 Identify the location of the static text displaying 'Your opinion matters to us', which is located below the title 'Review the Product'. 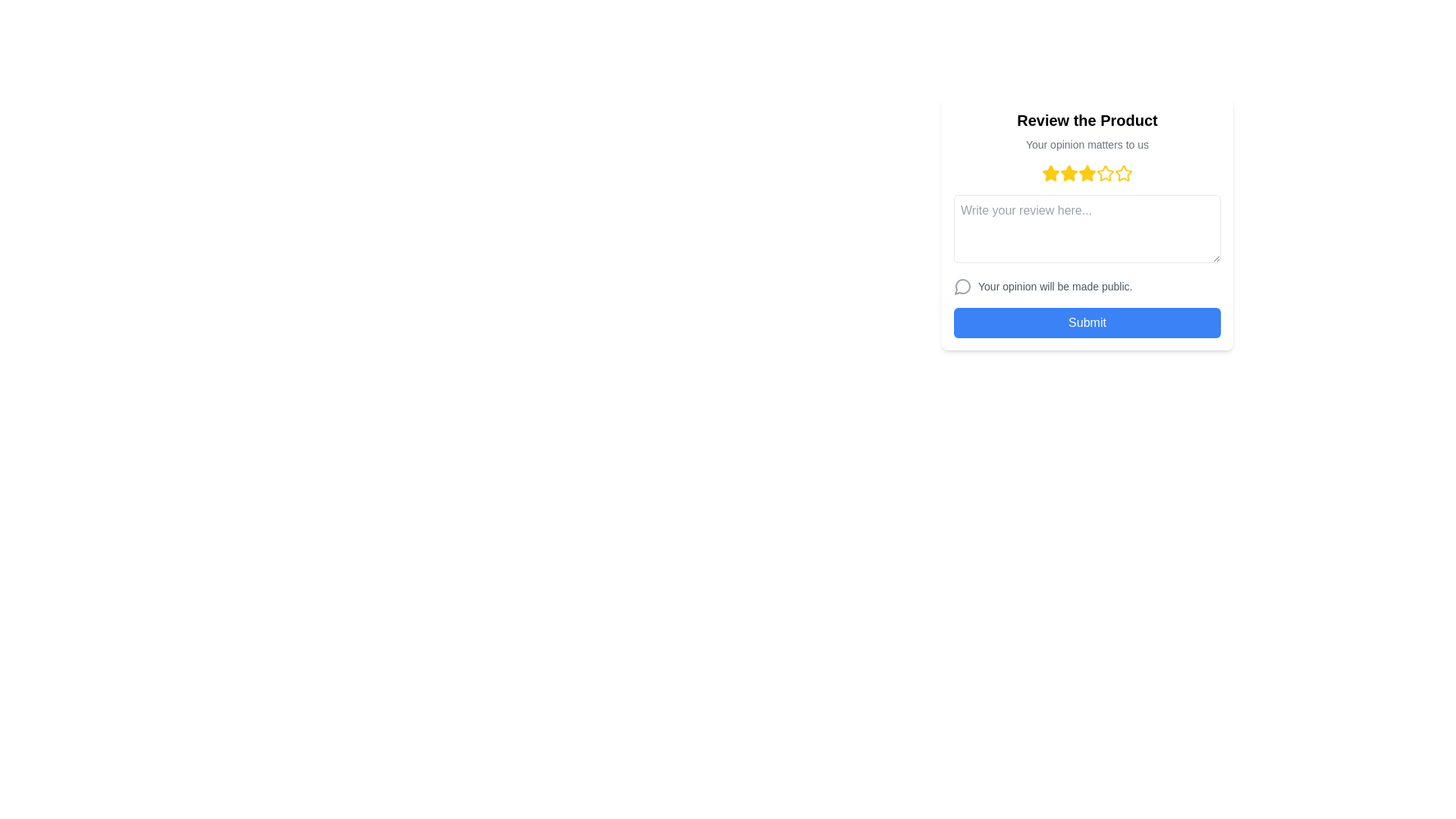
(1087, 145).